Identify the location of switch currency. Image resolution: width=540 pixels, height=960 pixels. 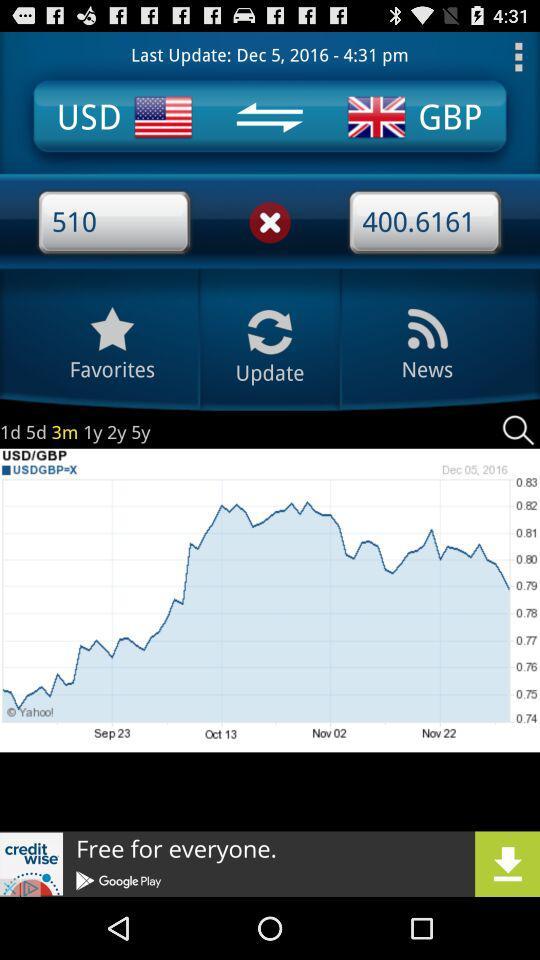
(269, 117).